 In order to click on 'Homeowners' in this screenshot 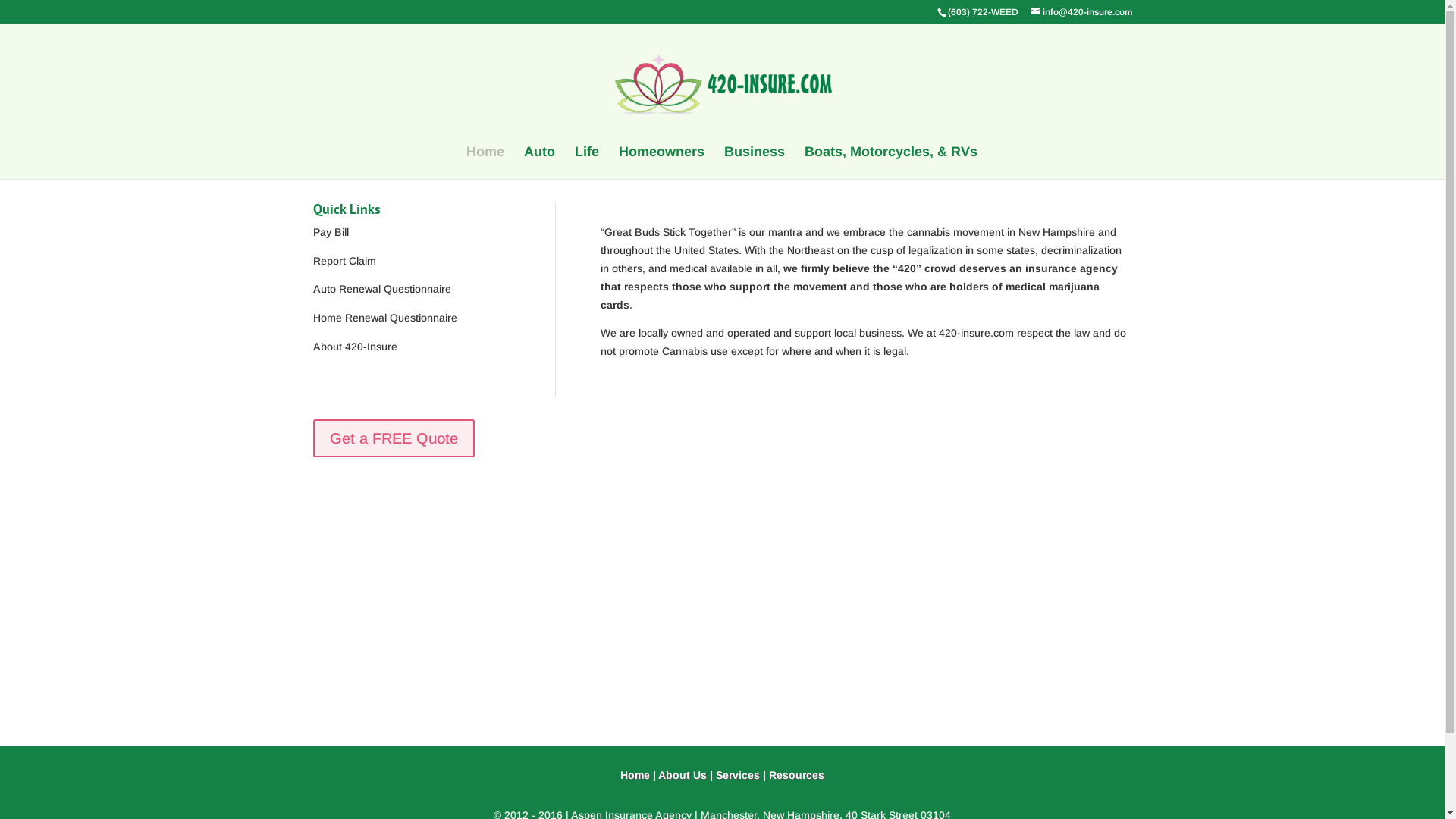, I will do `click(661, 162)`.